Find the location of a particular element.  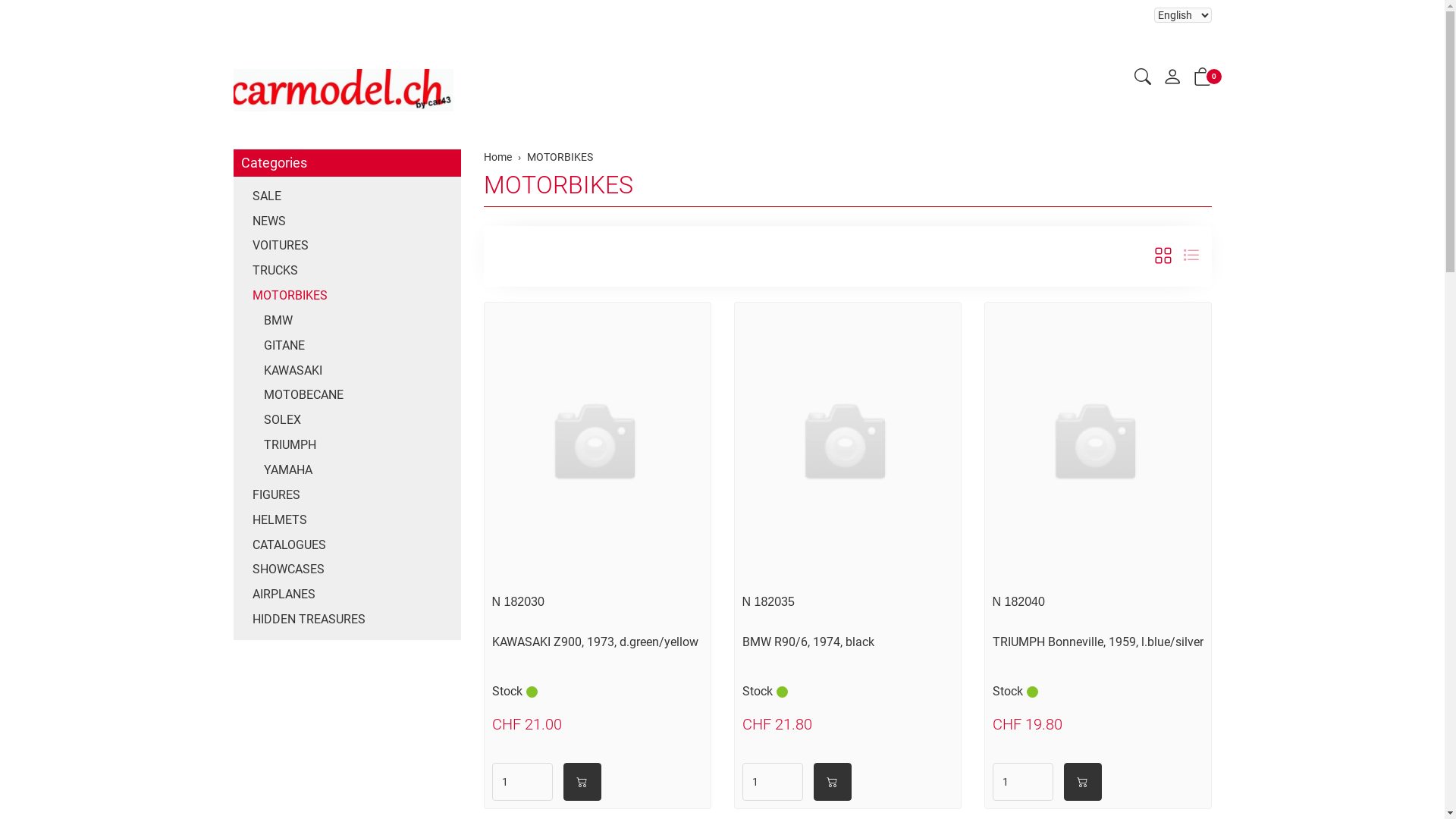

'into shopping cart' is located at coordinates (1081, 781).